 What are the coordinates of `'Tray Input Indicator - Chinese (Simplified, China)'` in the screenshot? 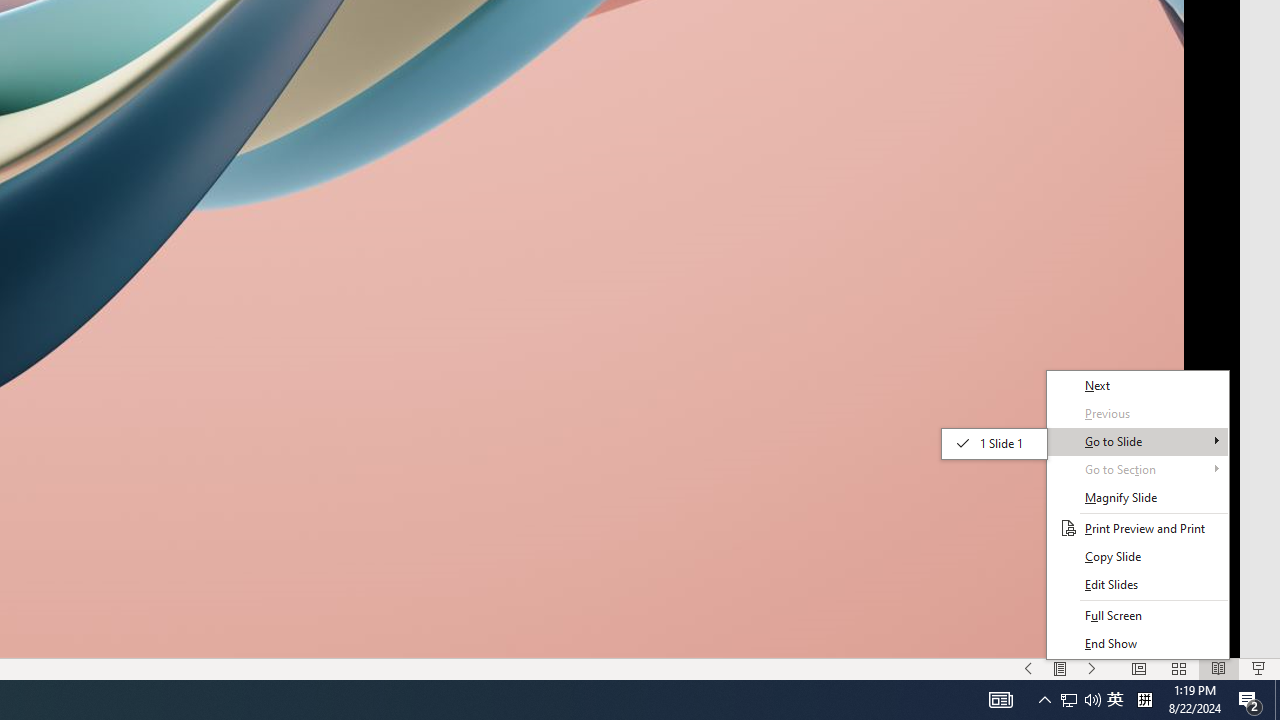 It's located at (1144, 698).